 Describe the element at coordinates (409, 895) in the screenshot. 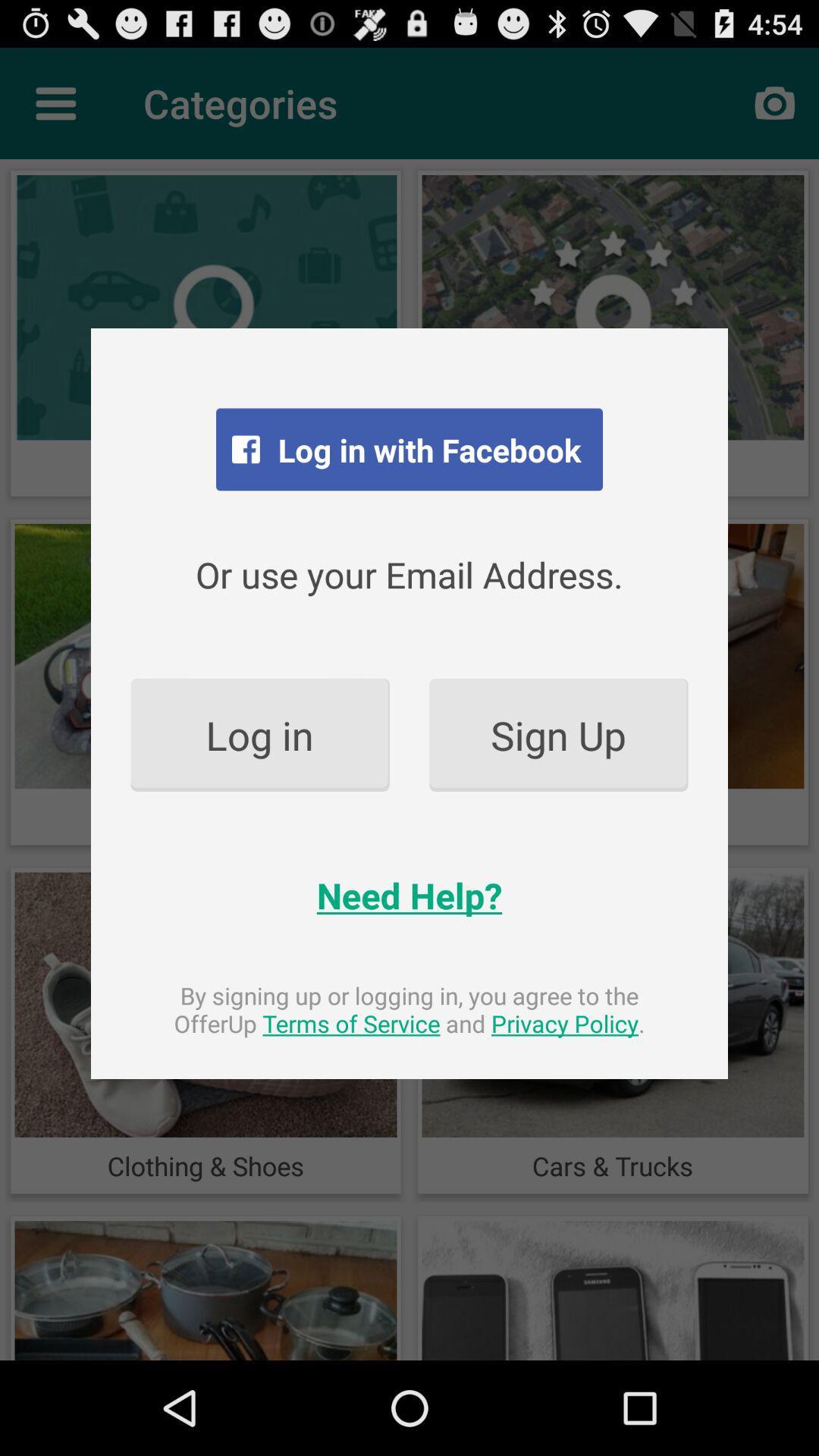

I see `item above the by signing up` at that location.